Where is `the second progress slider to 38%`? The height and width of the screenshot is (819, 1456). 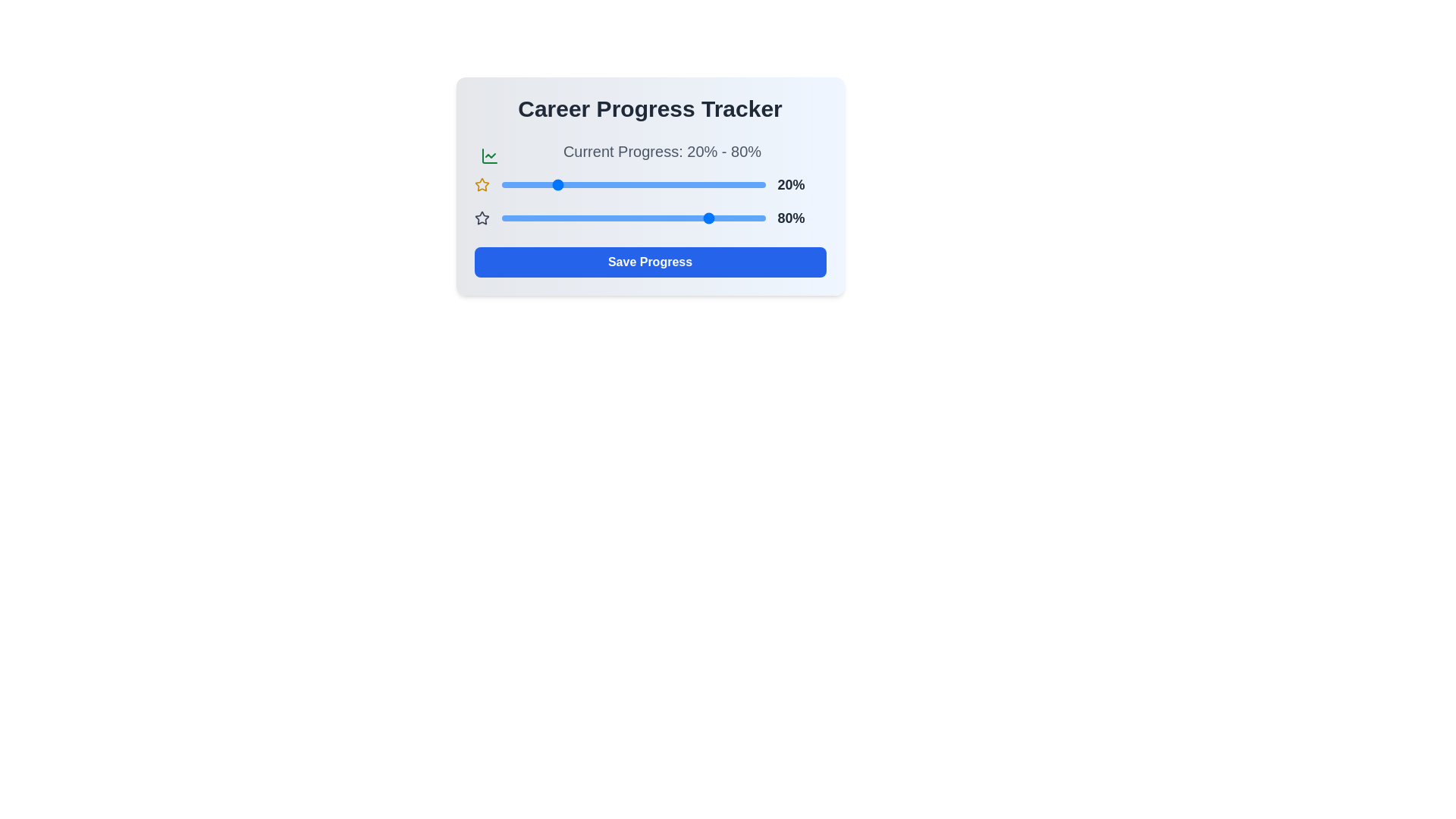
the second progress slider to 38% is located at coordinates (601, 218).